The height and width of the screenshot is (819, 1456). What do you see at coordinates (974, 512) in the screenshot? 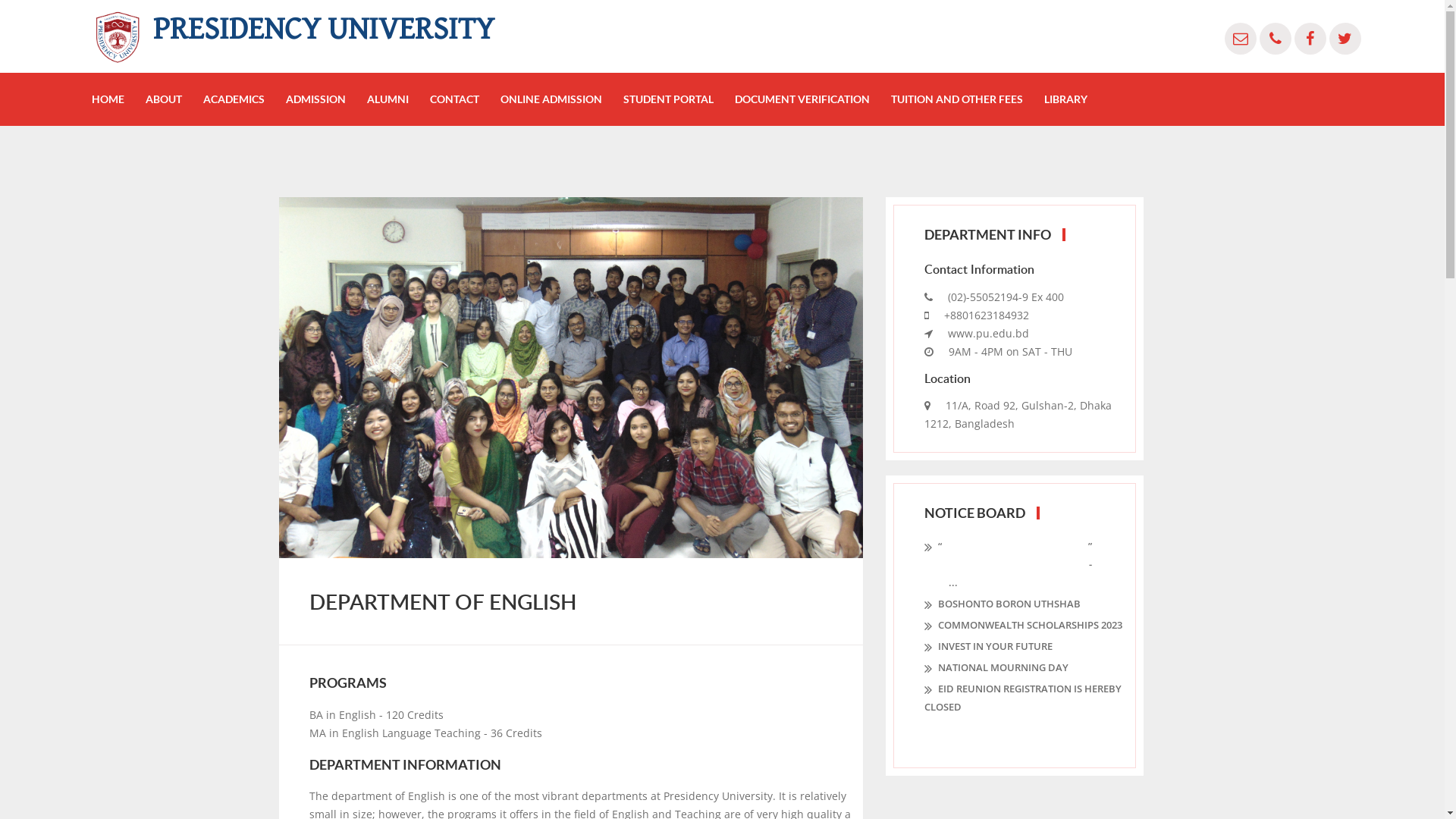
I see `'NOTICE BOARD'` at bounding box center [974, 512].